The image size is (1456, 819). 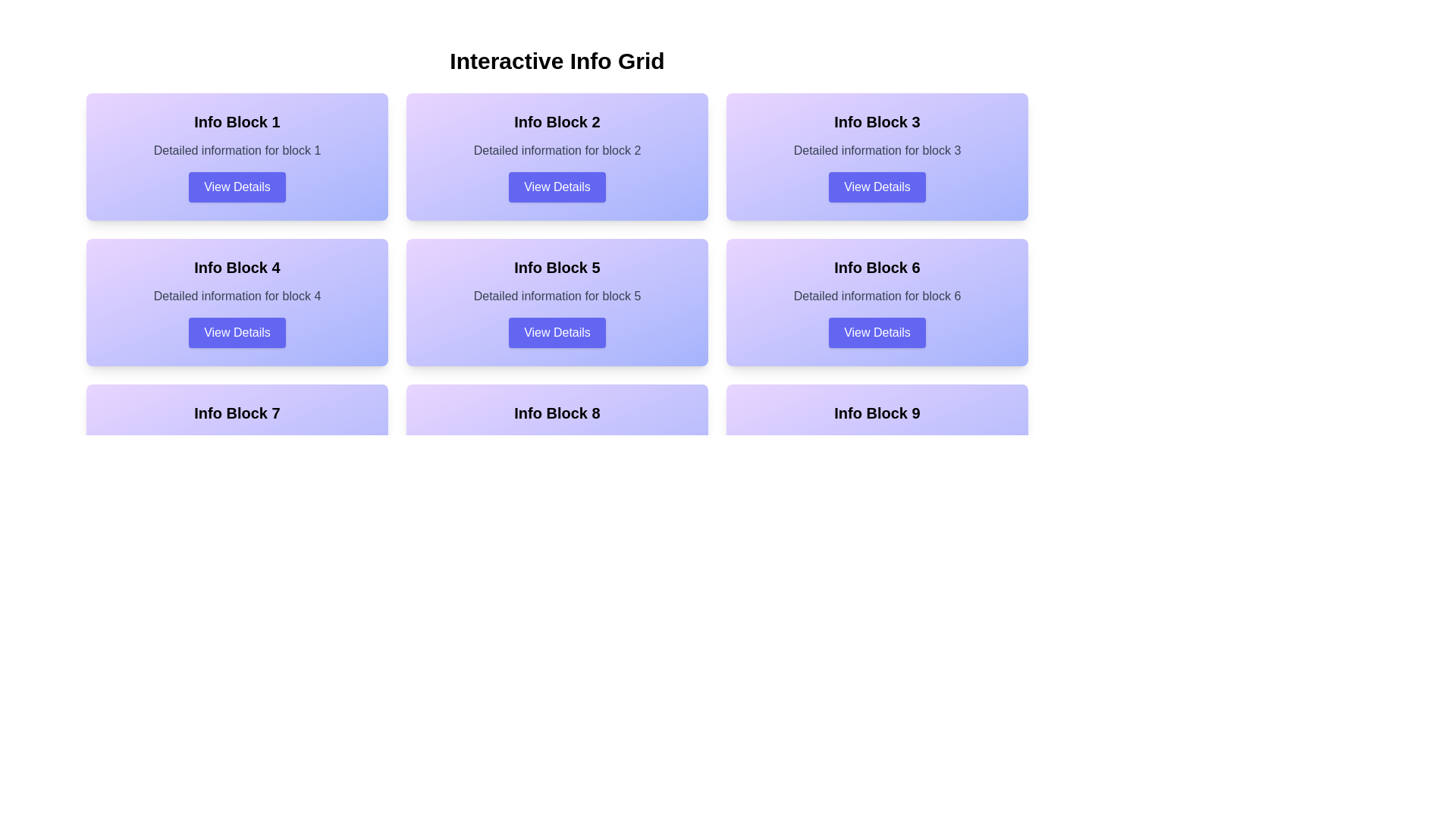 I want to click on the button in 'Info Block 4' located below the text 'Detailed information for block 4', so click(x=236, y=332).